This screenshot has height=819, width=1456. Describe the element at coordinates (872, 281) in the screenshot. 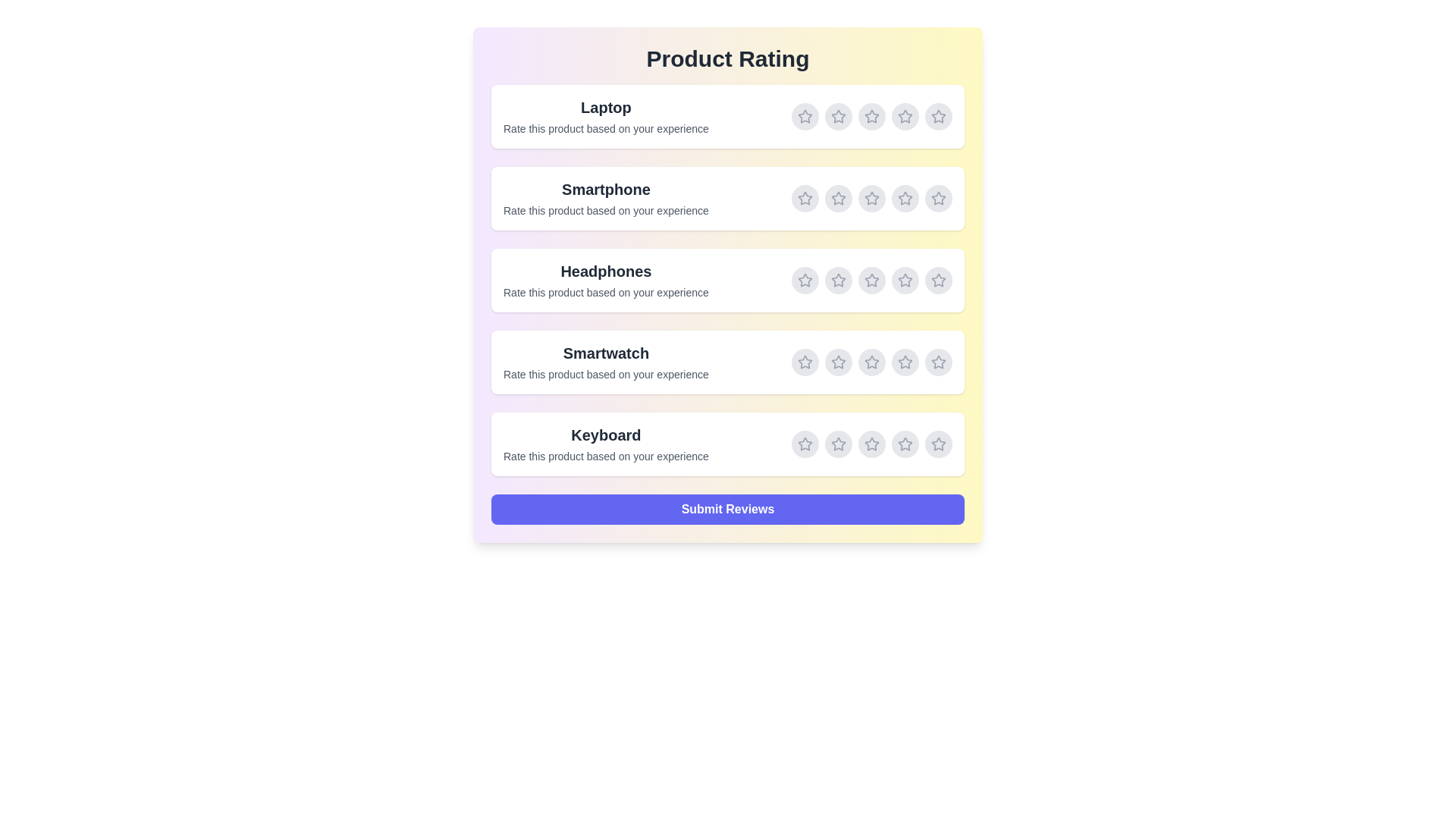

I see `the rating for Headphones to 3 stars` at that location.